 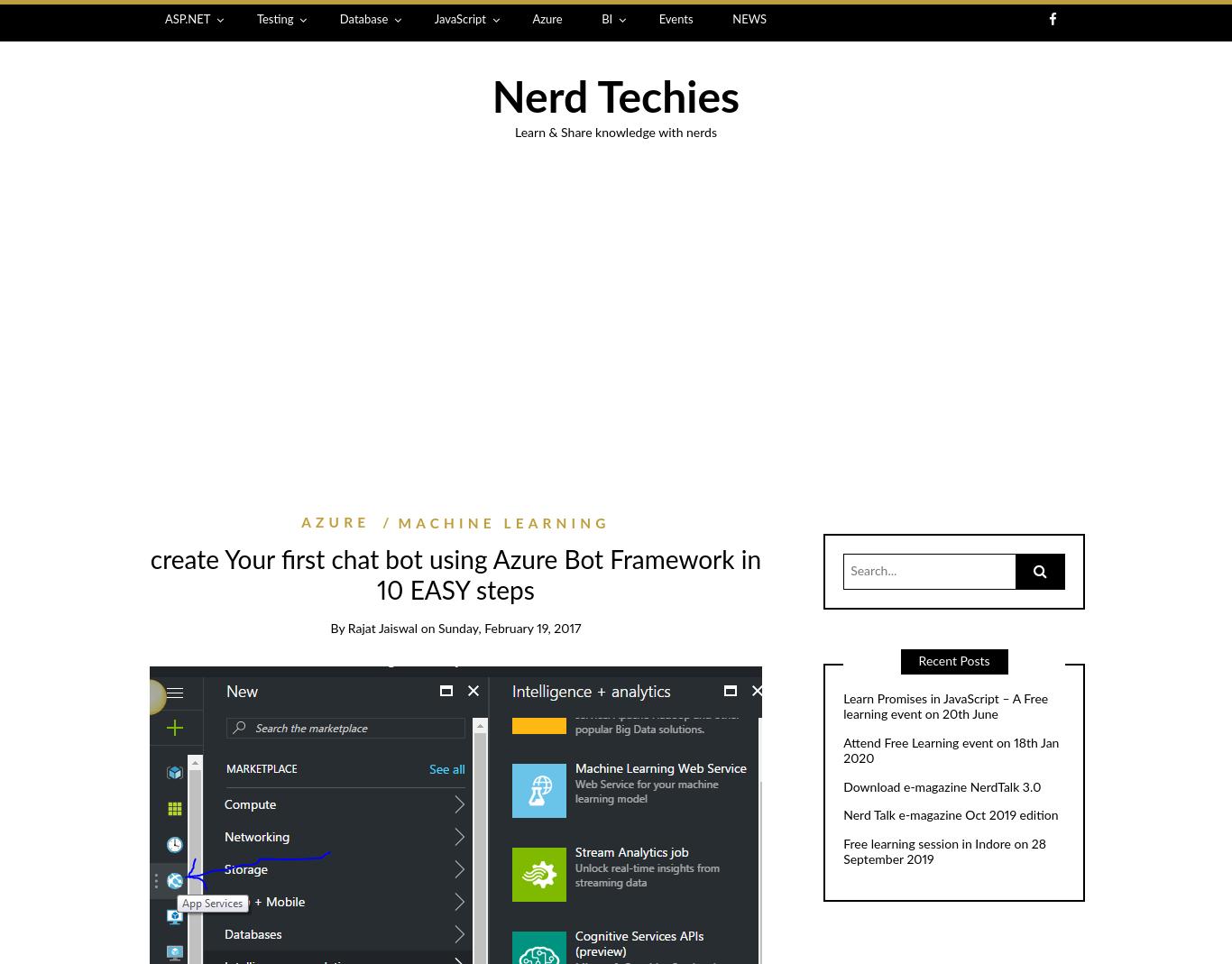 What do you see at coordinates (509, 628) in the screenshot?
I see `'Sunday, February 19, 2017'` at bounding box center [509, 628].